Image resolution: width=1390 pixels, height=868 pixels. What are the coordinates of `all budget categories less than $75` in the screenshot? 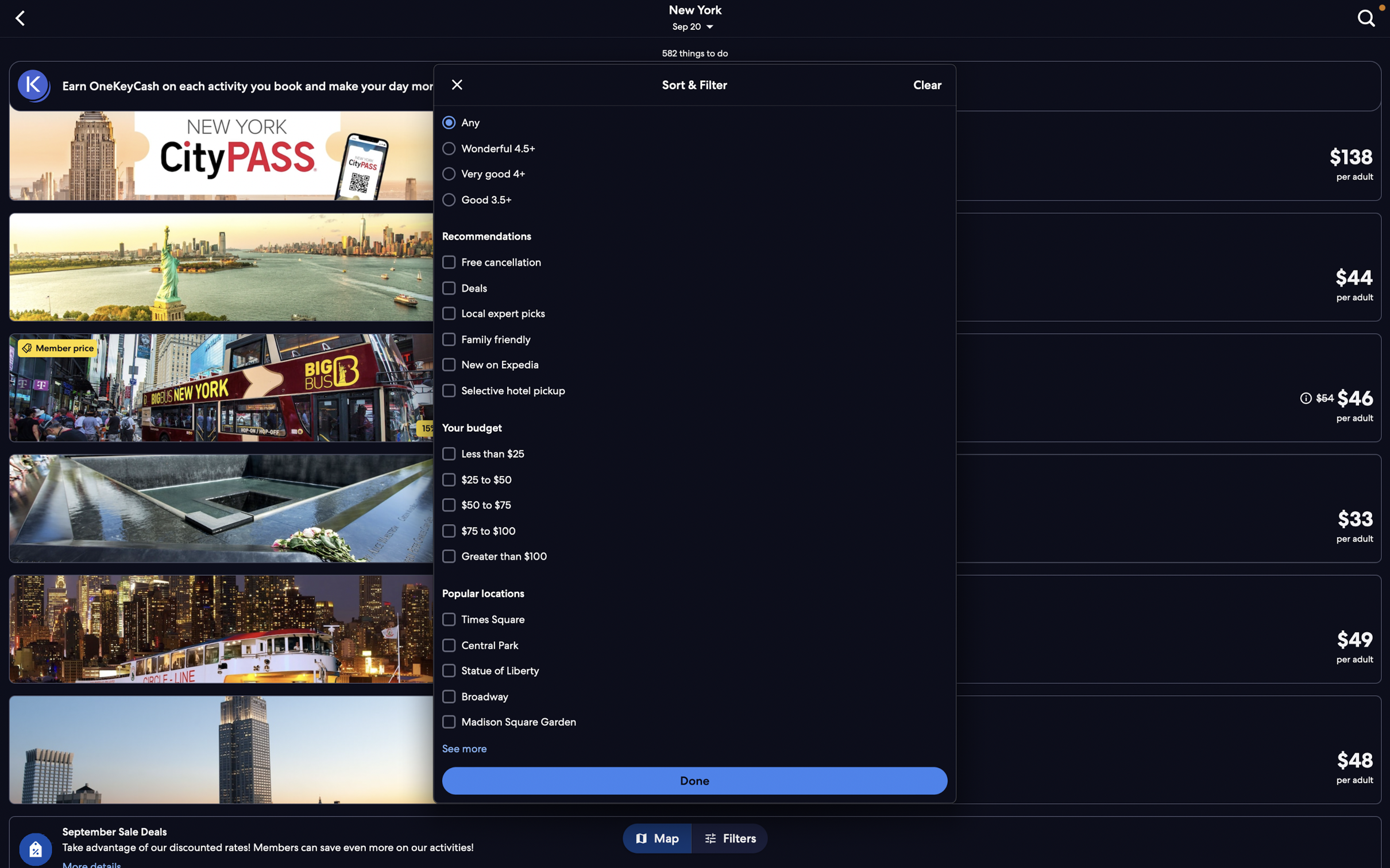 It's located at (695, 452).